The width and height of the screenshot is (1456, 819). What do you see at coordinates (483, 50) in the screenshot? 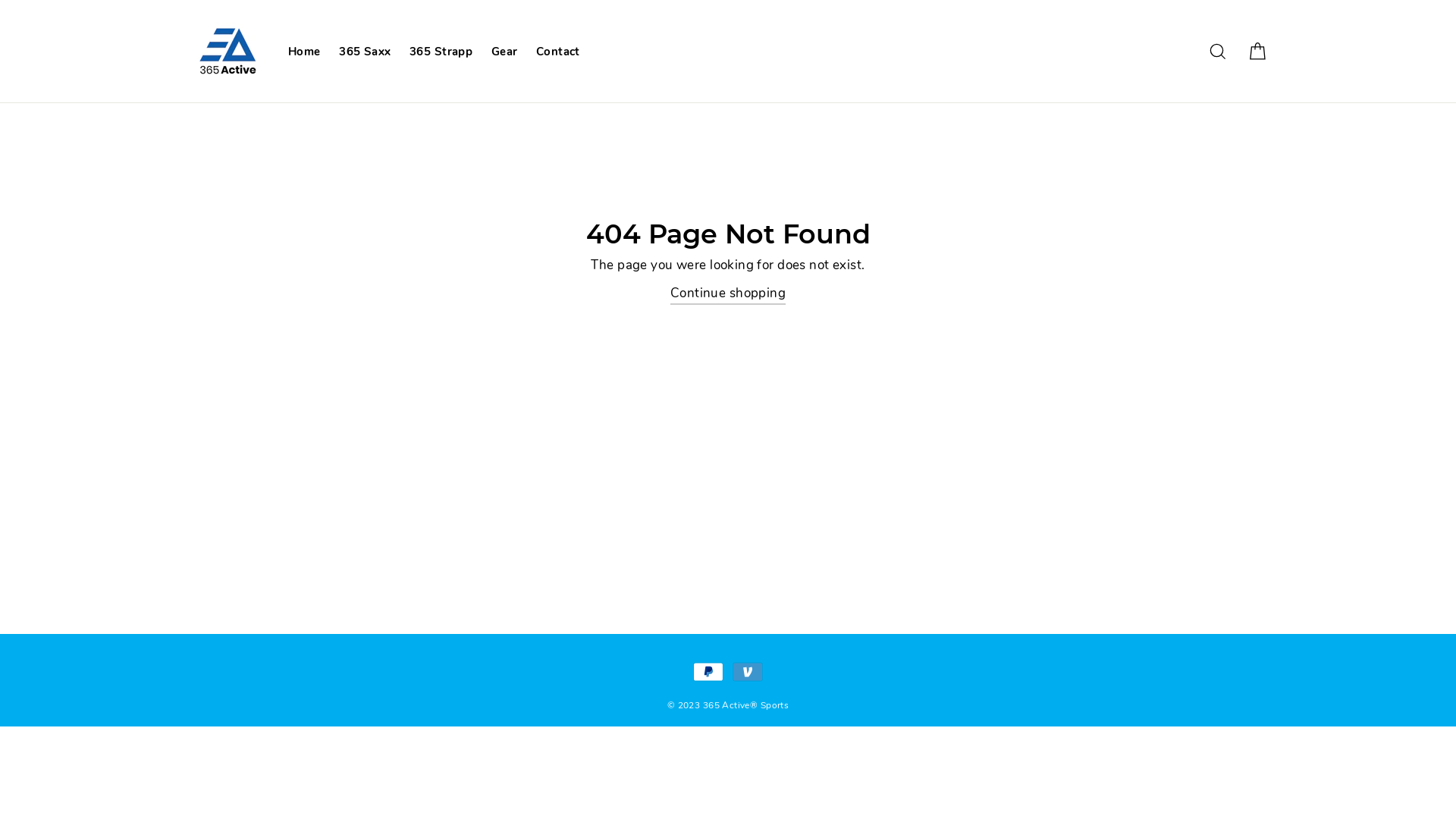
I see `'Gear'` at bounding box center [483, 50].